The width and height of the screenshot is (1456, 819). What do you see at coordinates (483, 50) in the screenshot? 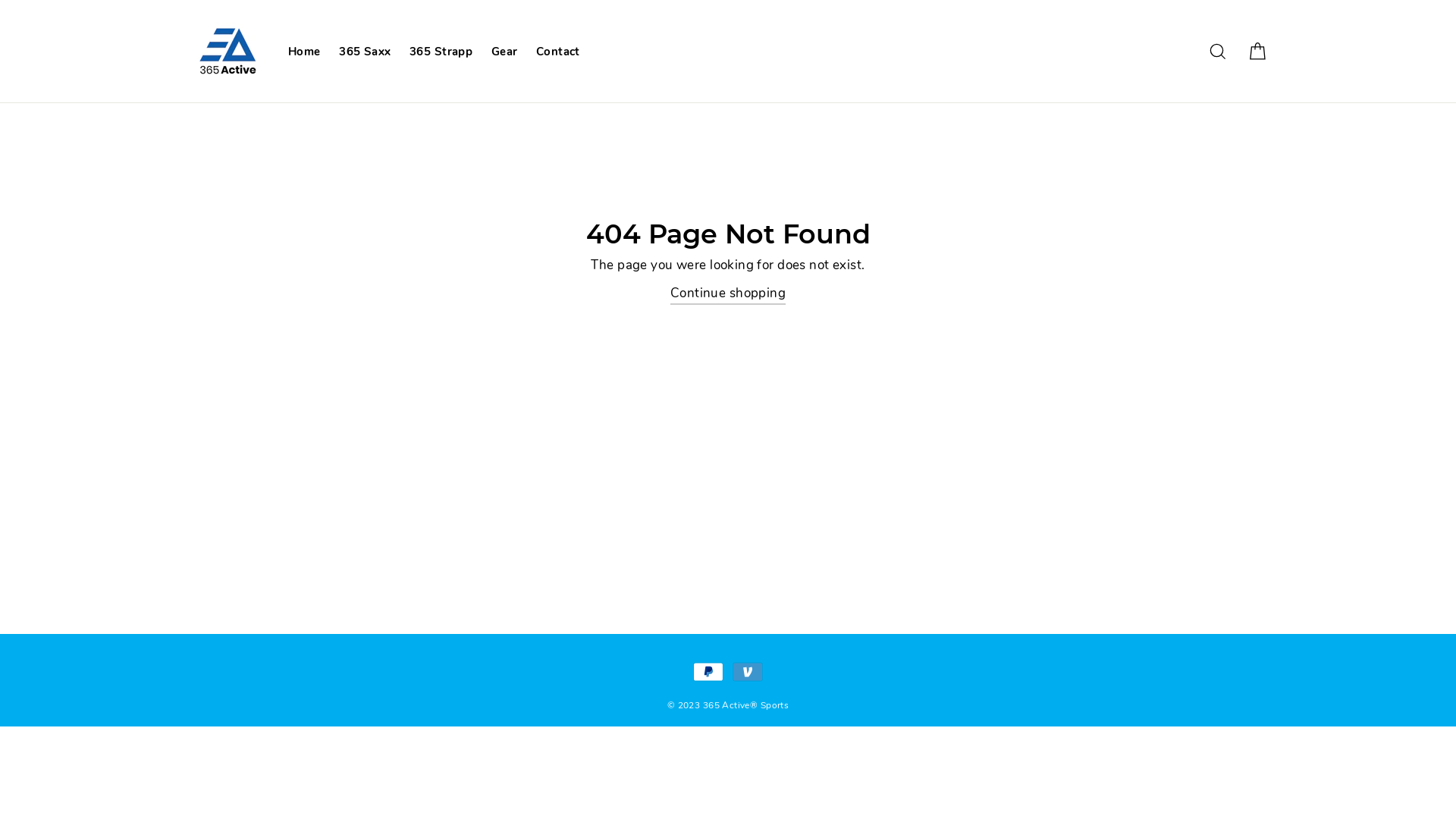
I see `'Gear'` at bounding box center [483, 50].